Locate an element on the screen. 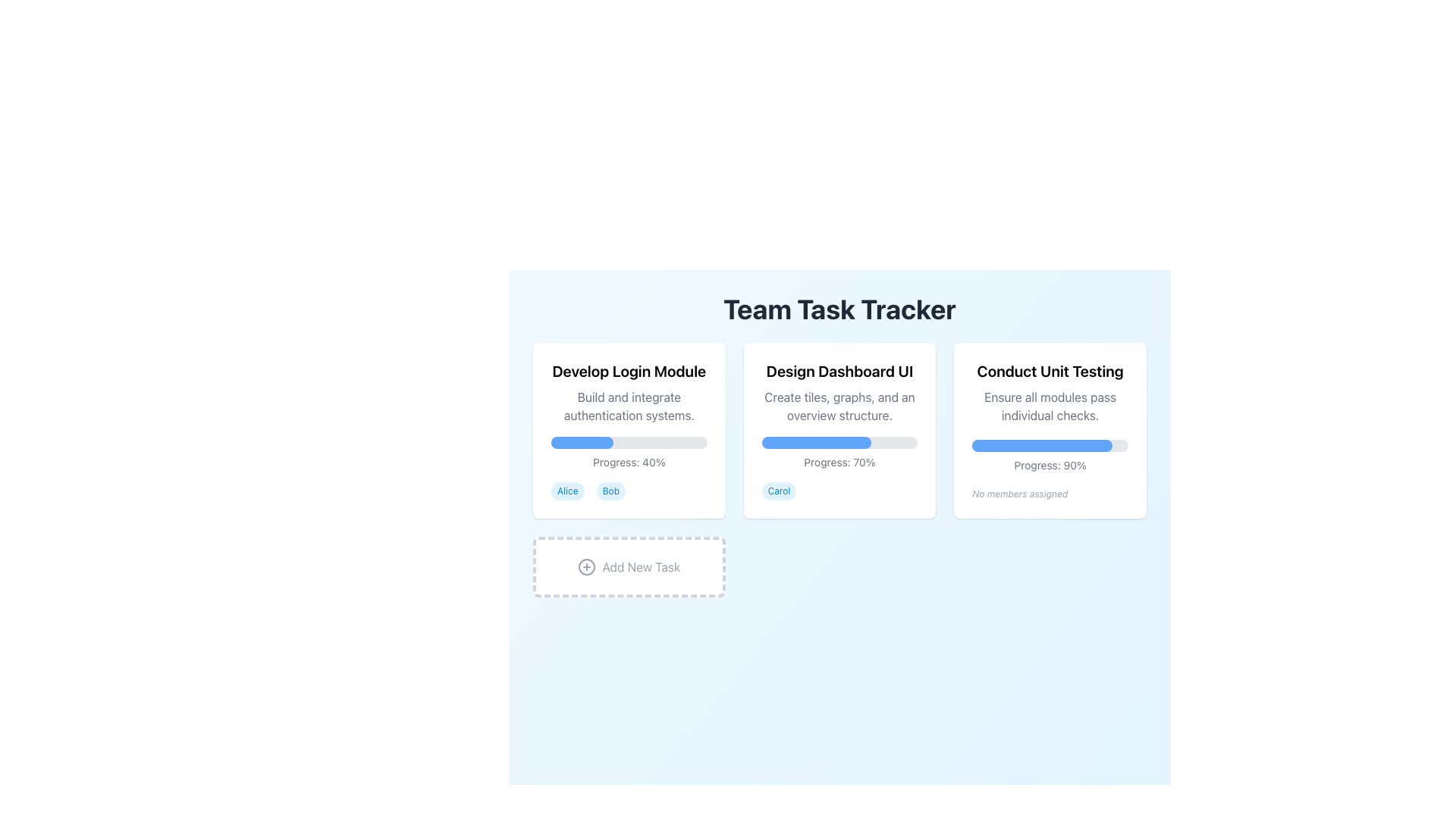 The width and height of the screenshot is (1456, 819). the progress bar value is located at coordinates (574, 442).